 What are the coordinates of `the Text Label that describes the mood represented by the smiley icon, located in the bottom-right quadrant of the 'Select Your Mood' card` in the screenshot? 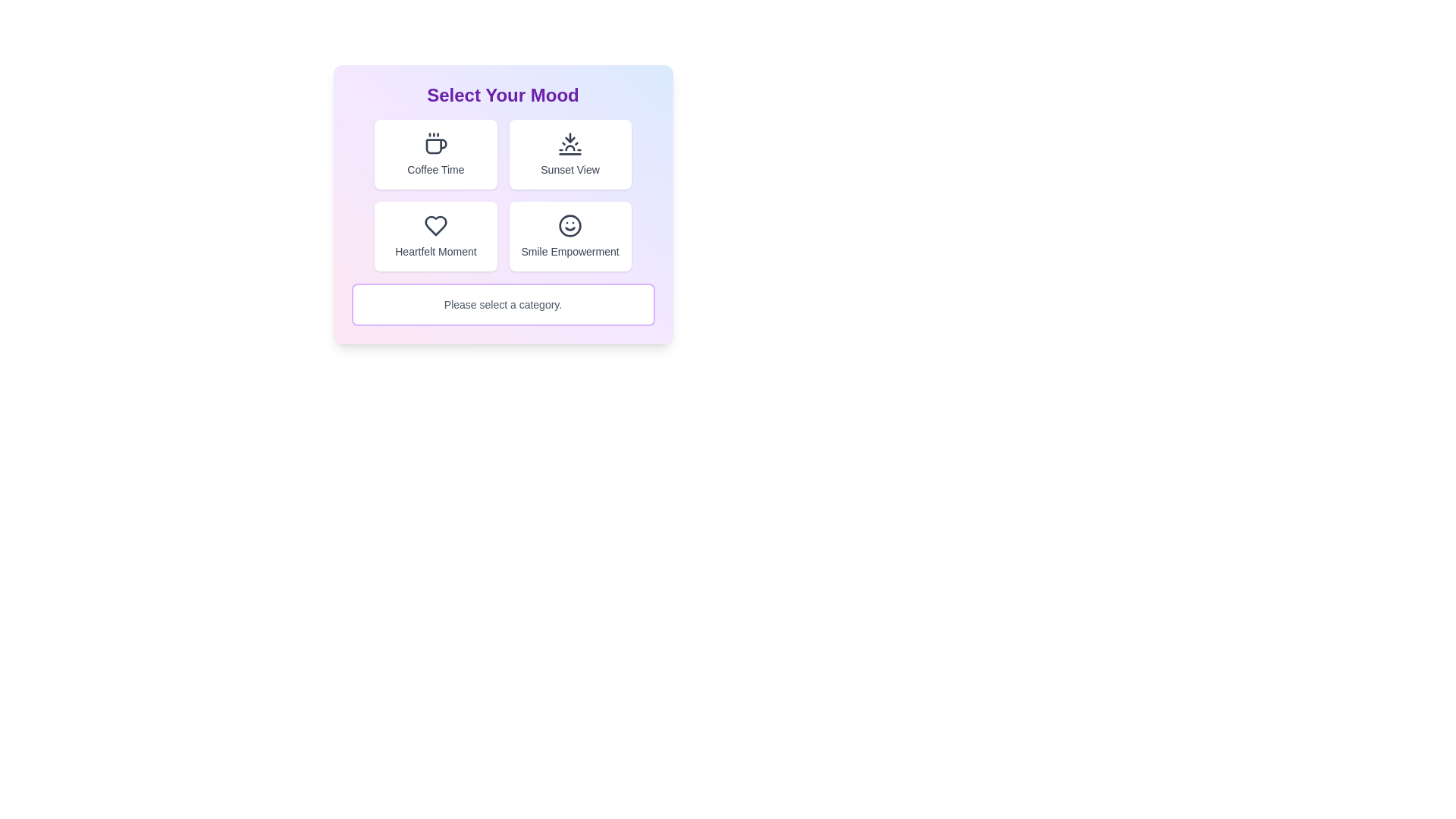 It's located at (570, 250).